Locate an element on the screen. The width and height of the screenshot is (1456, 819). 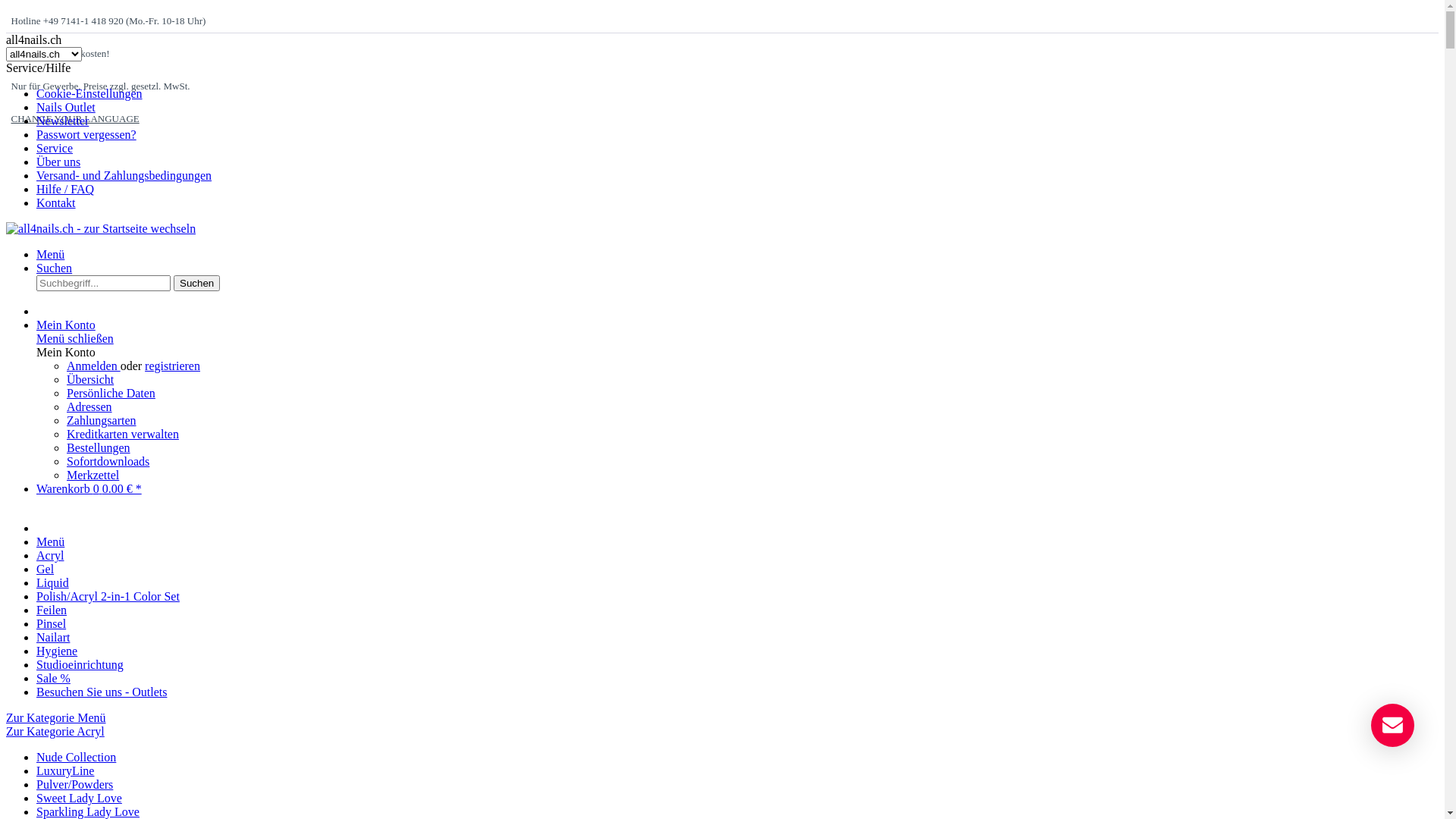
'Zahlungsarten' is located at coordinates (101, 420).